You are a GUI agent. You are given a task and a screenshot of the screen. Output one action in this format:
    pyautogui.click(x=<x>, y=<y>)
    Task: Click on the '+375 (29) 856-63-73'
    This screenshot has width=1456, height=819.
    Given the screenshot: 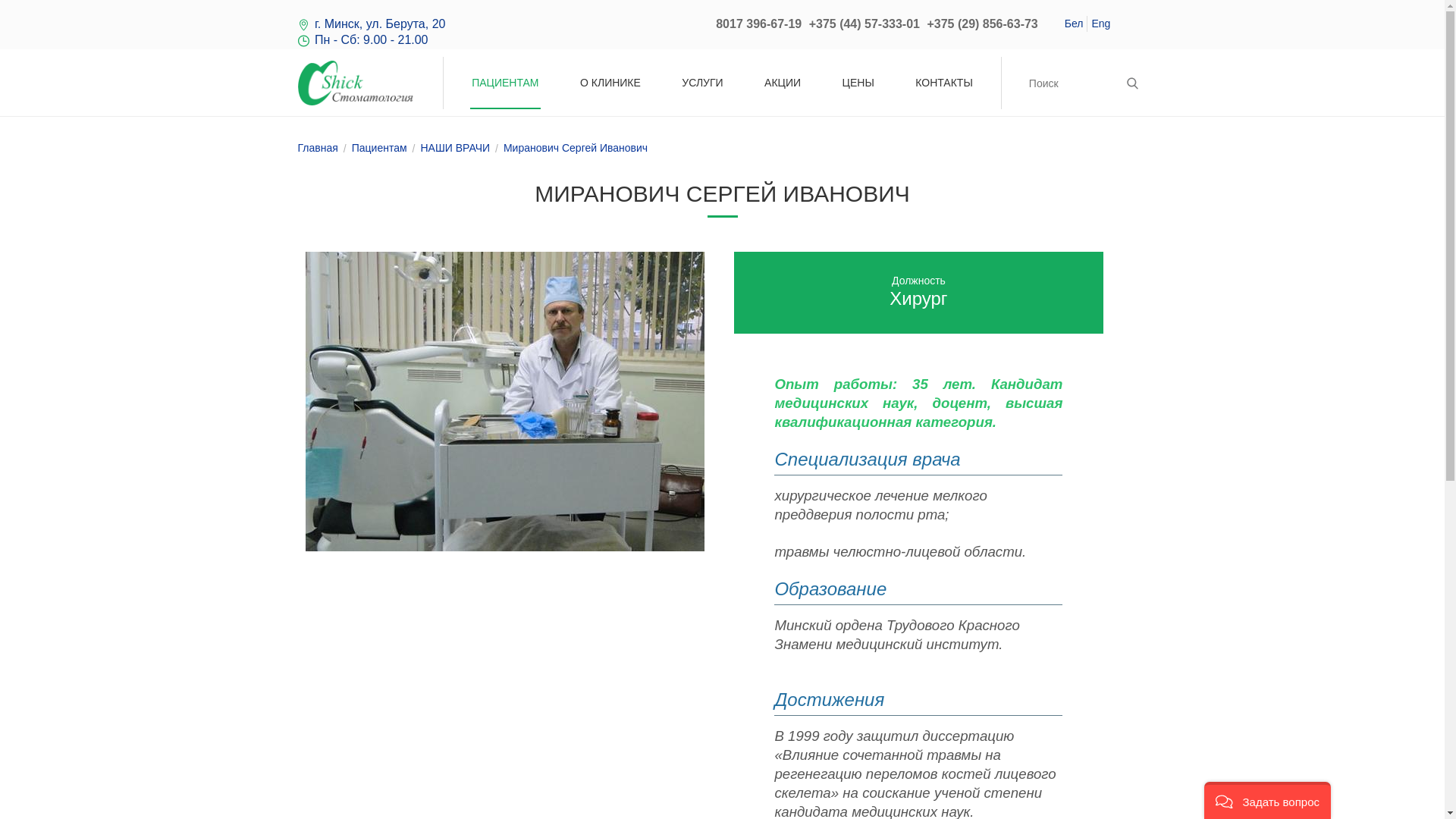 What is the action you would take?
    pyautogui.click(x=926, y=24)
    